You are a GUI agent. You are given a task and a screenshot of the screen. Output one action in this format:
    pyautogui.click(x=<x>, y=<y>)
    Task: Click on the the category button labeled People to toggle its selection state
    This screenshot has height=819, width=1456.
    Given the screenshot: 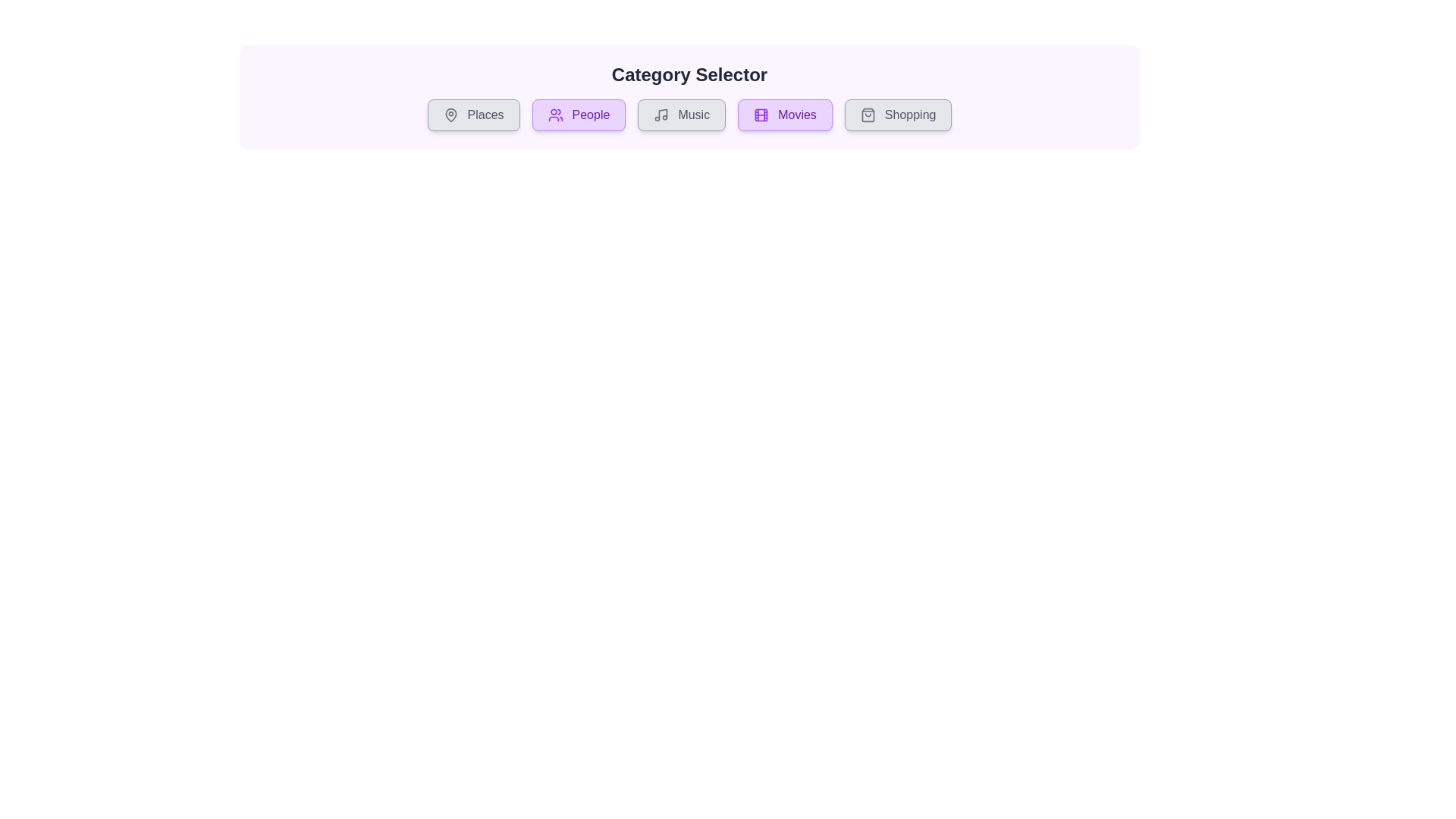 What is the action you would take?
    pyautogui.click(x=578, y=114)
    